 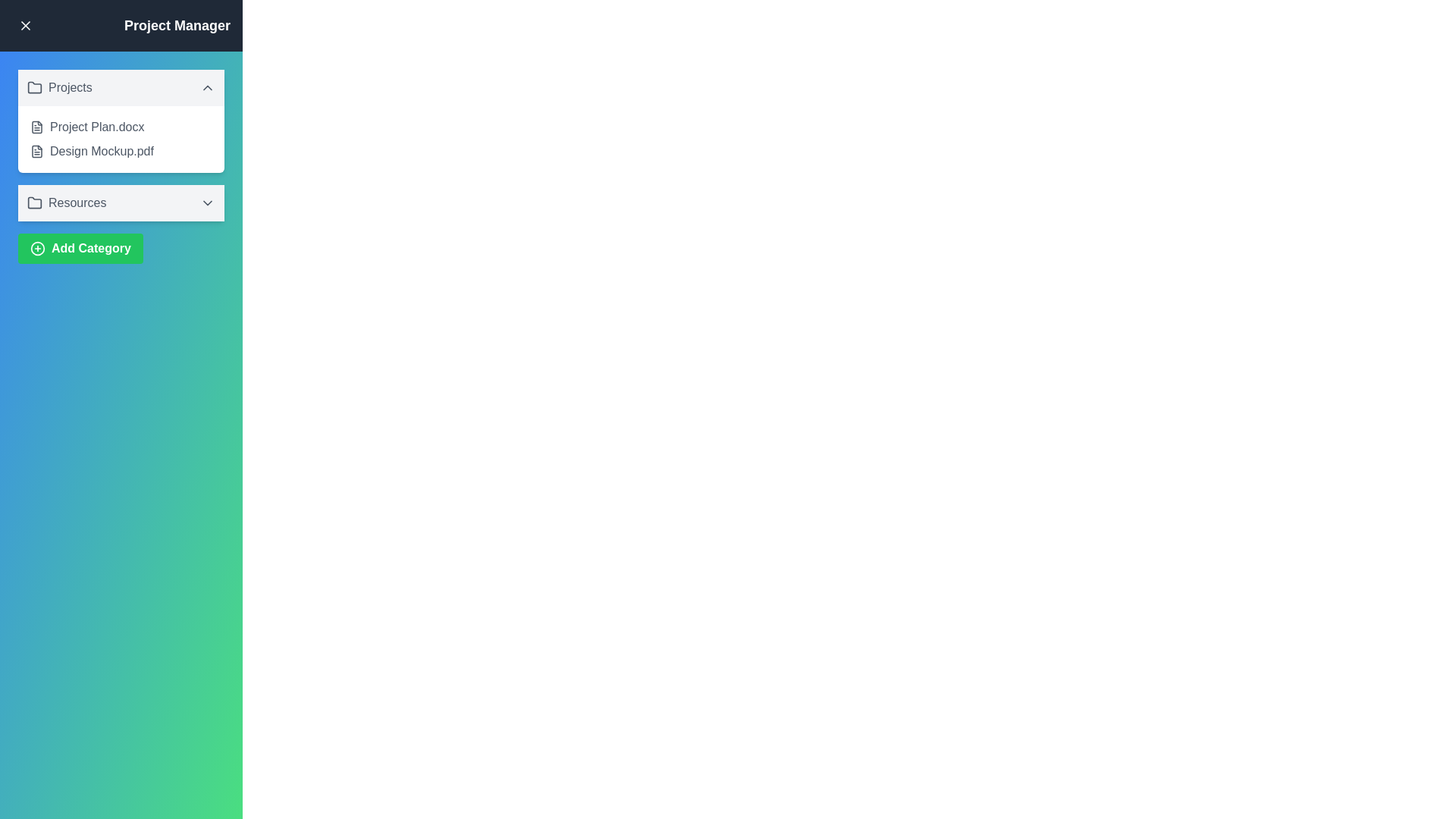 I want to click on the document icon representing 'Design Mockup.pdf' located in the 'Projects' section, so click(x=36, y=152).